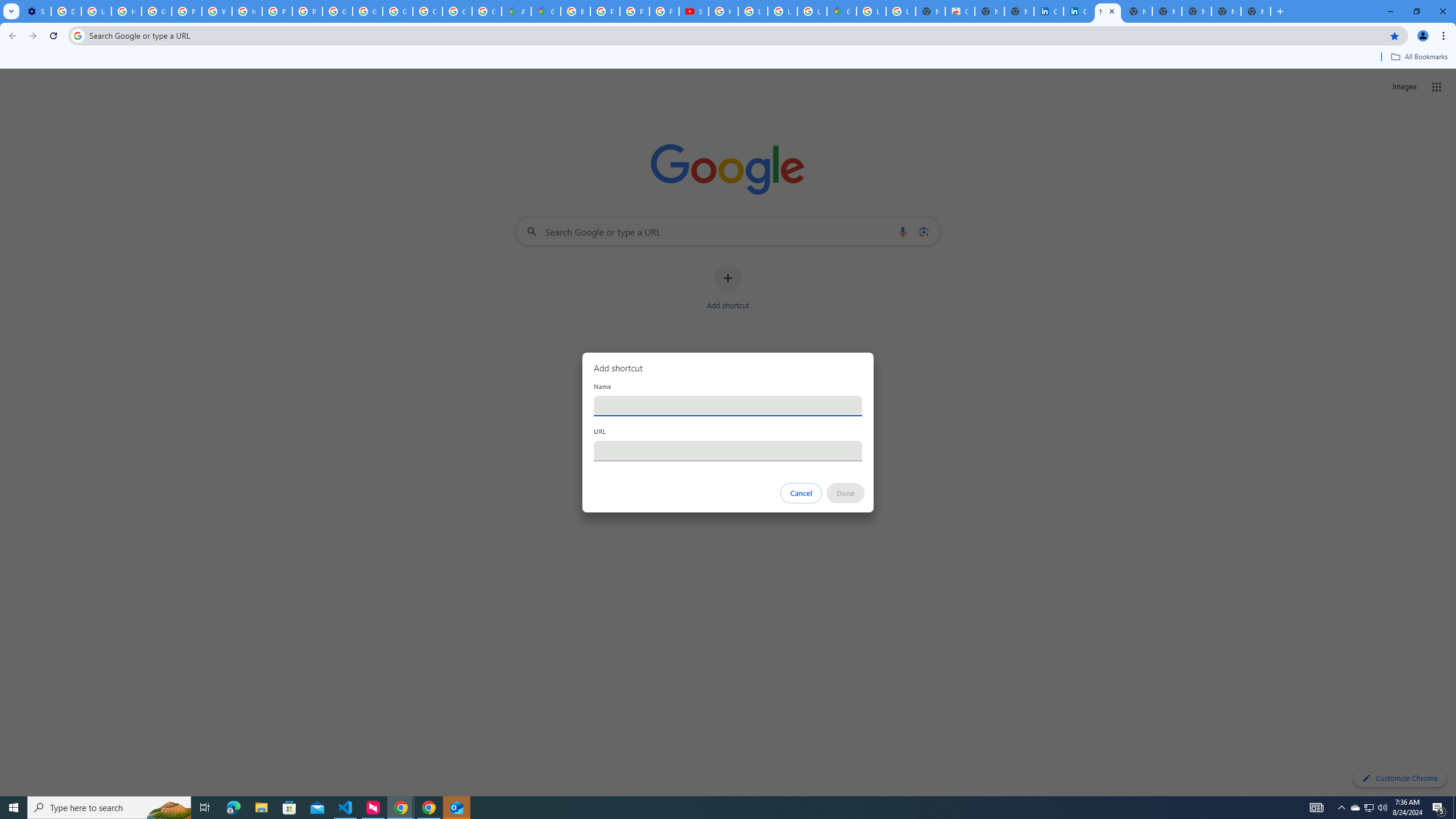 The width and height of the screenshot is (1456, 819). I want to click on 'Done', so click(846, 493).